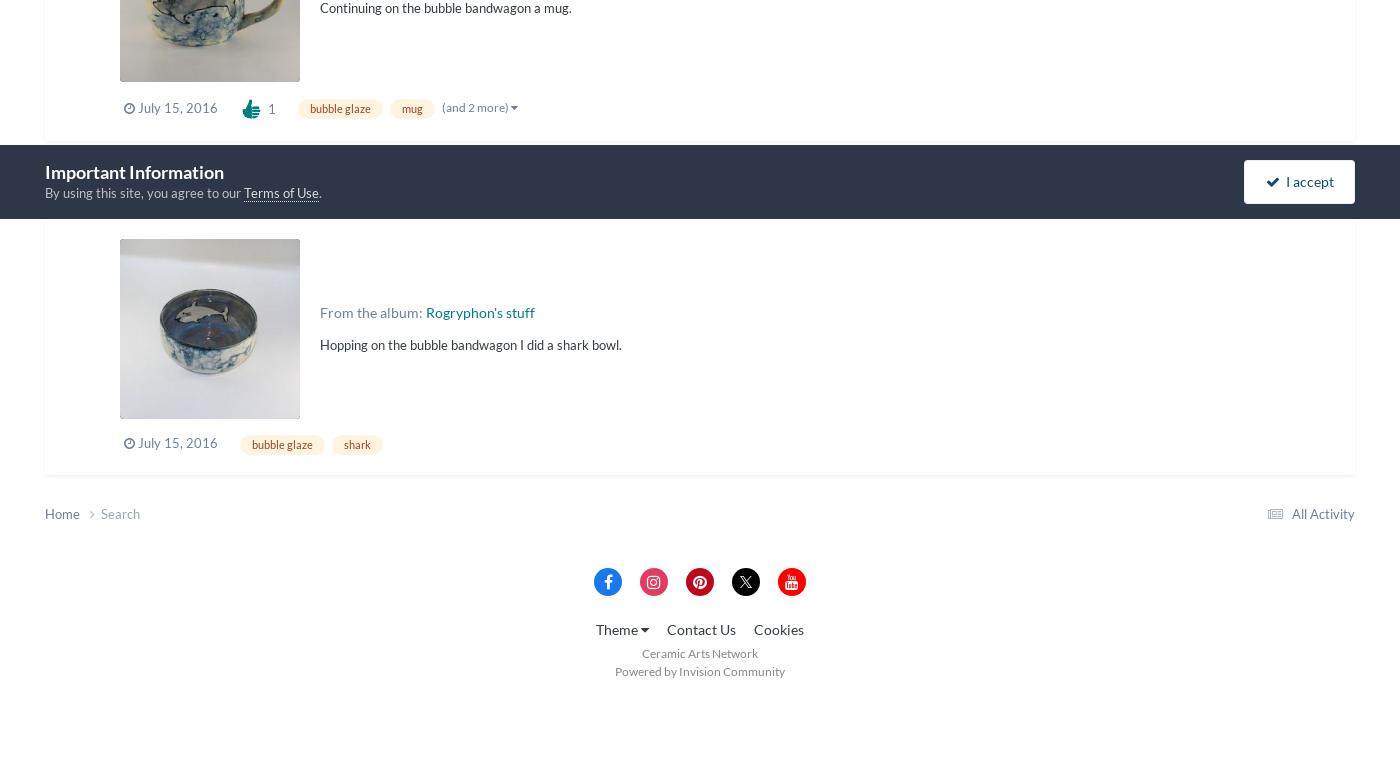 The height and width of the screenshot is (781, 1400). Describe the element at coordinates (320, 311) in the screenshot. I see `'From the album:'` at that location.